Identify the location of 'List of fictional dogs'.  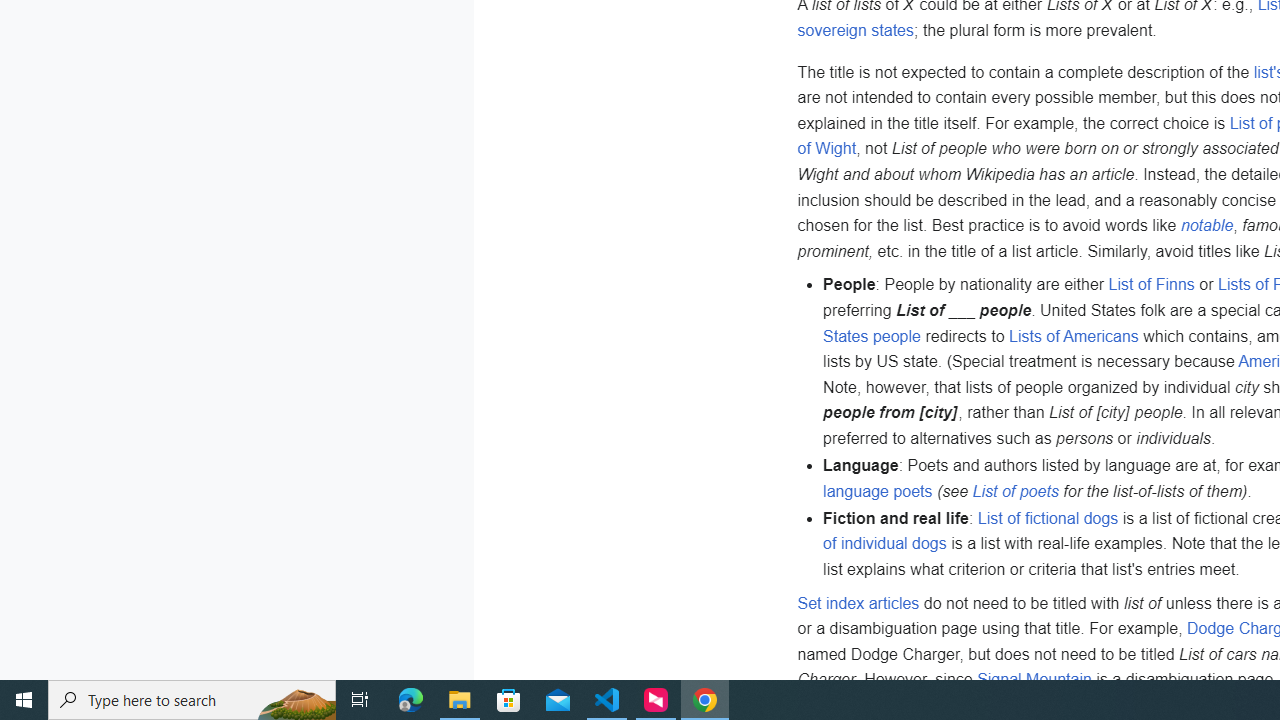
(1046, 517).